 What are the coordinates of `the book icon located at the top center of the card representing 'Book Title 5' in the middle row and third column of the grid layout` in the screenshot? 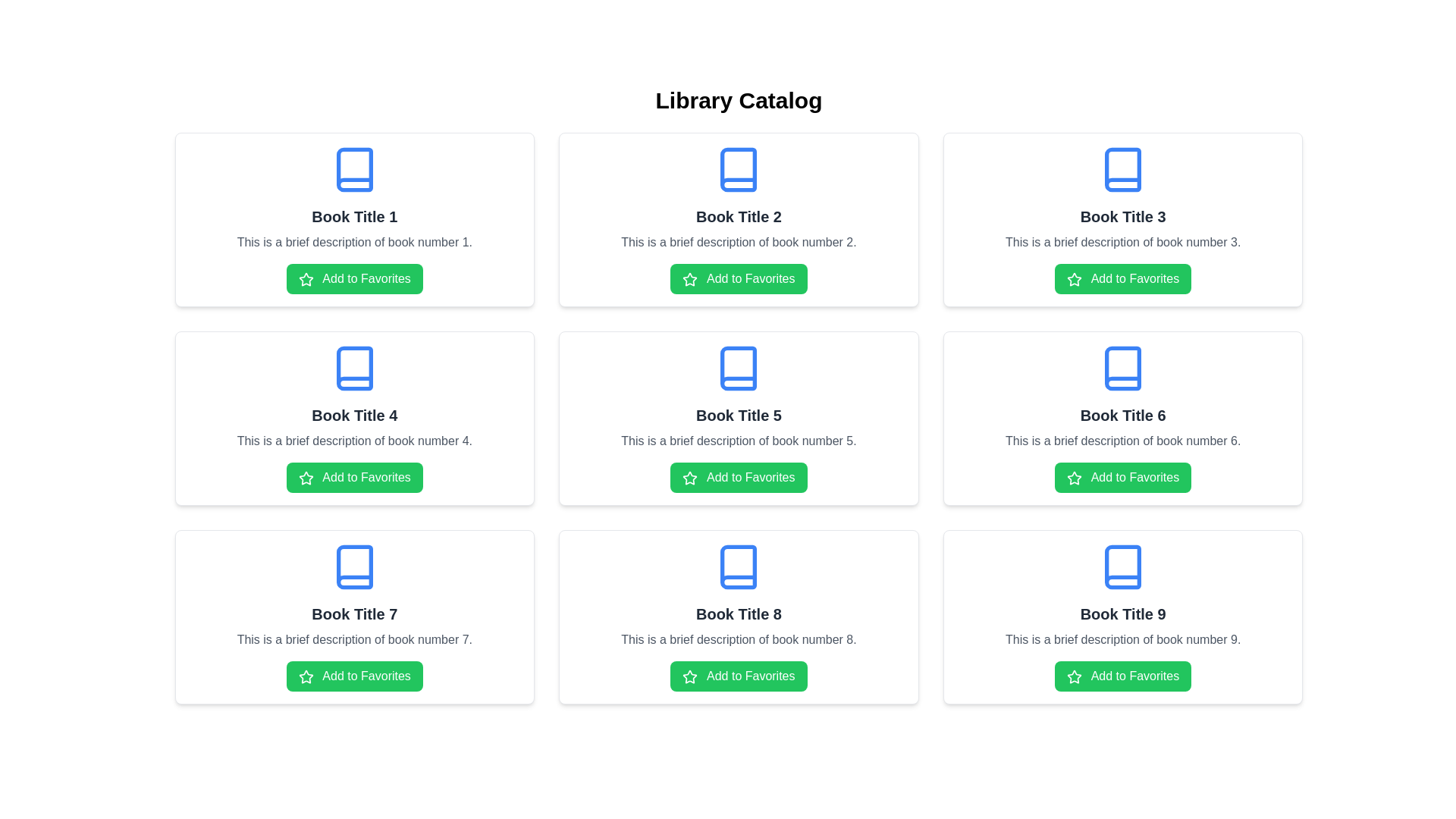 It's located at (739, 369).